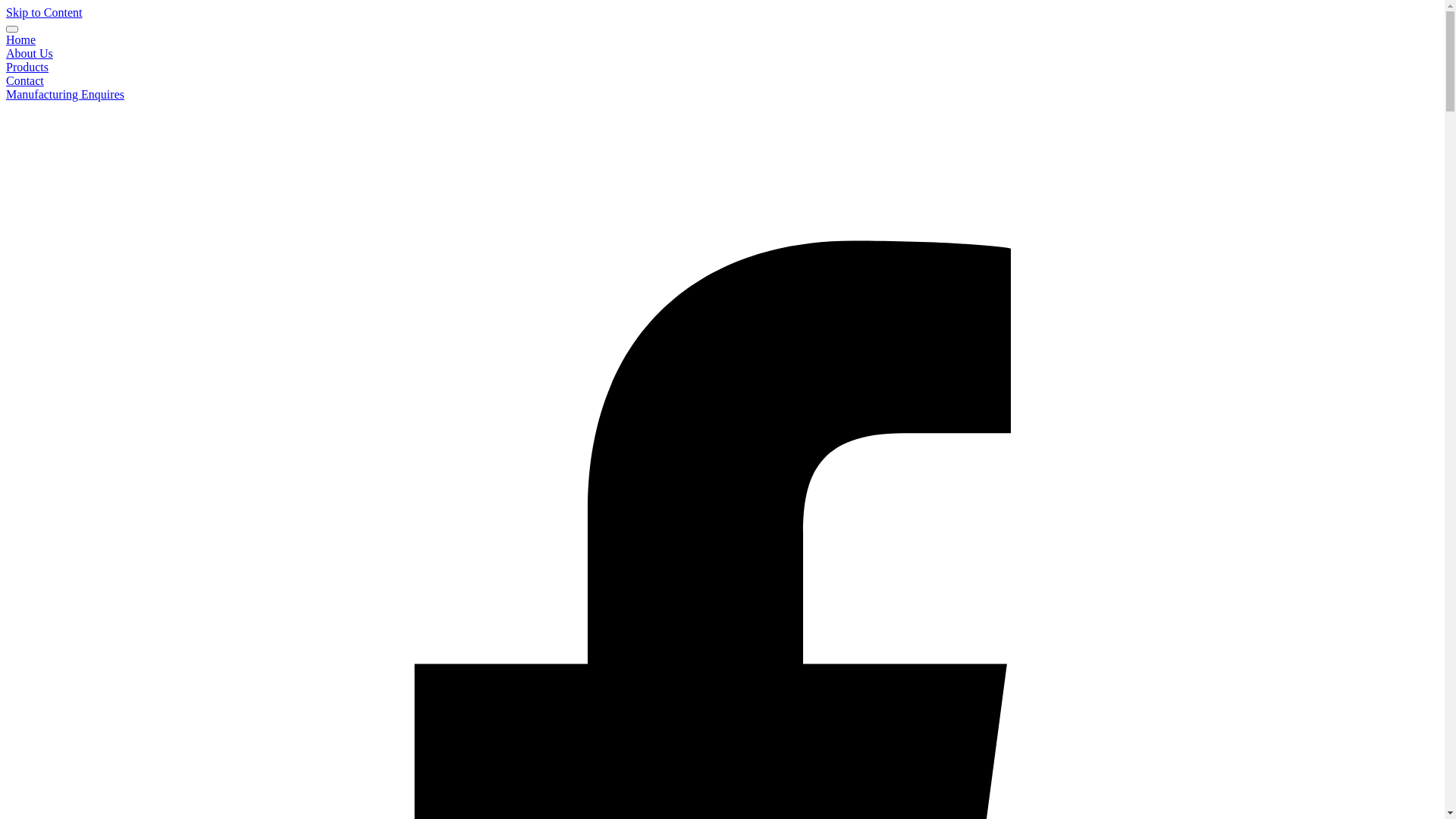 Image resolution: width=1456 pixels, height=819 pixels. What do you see at coordinates (6, 66) in the screenshot?
I see `'Products'` at bounding box center [6, 66].